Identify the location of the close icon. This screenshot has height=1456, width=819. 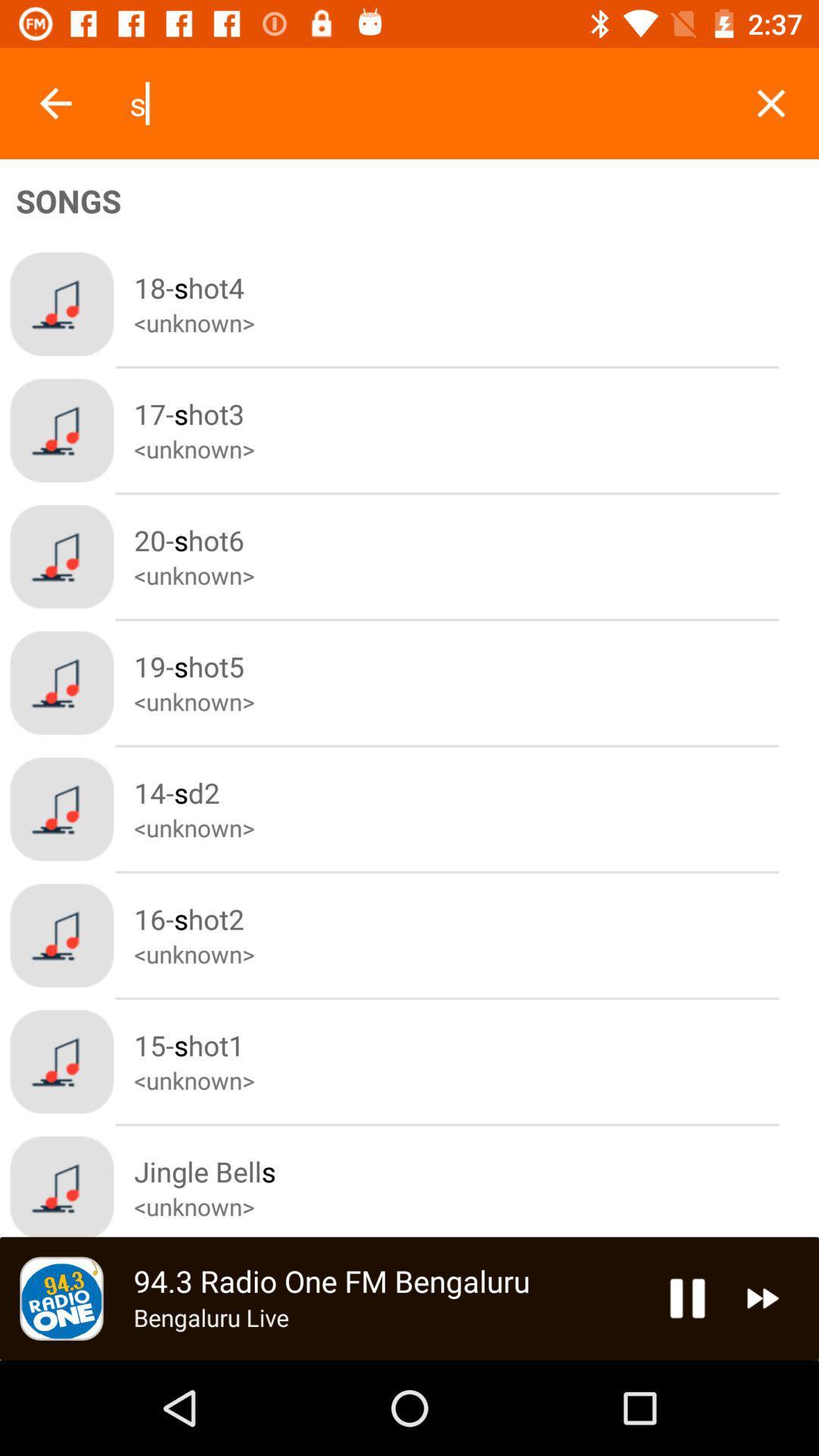
(771, 102).